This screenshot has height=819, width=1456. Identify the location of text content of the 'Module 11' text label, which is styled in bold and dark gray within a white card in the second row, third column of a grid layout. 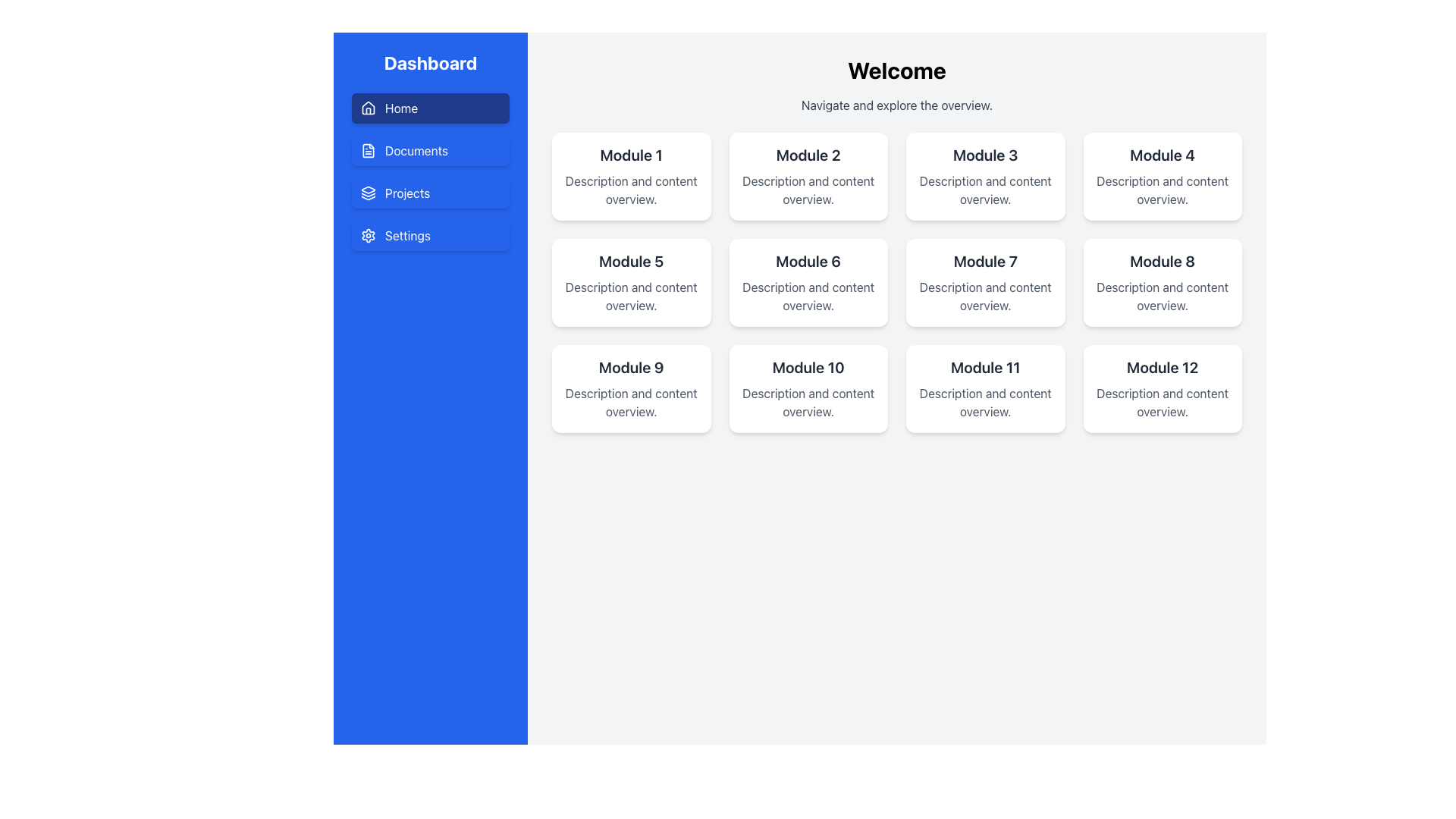
(985, 368).